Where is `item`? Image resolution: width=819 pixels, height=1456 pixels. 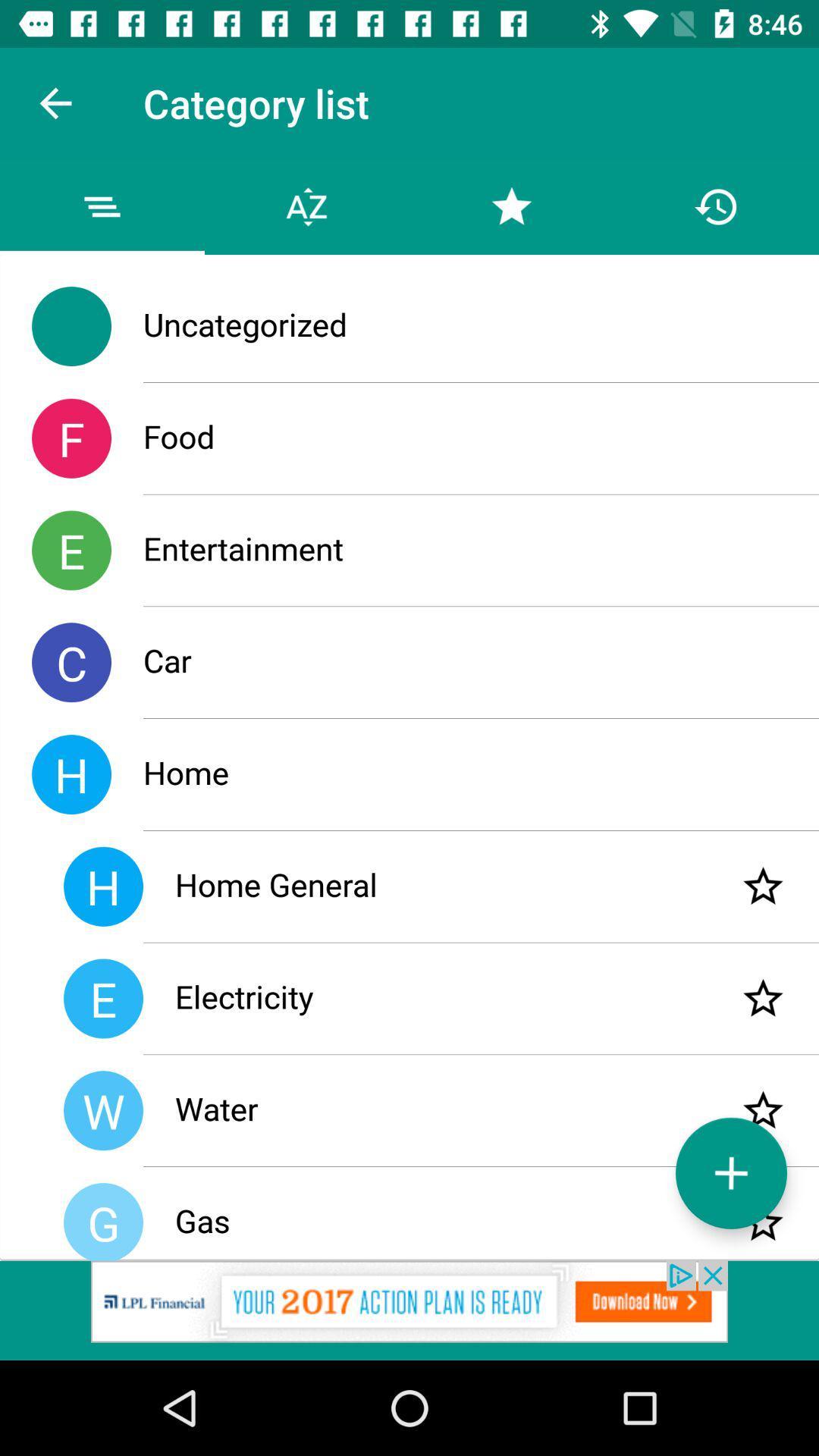 item is located at coordinates (763, 886).